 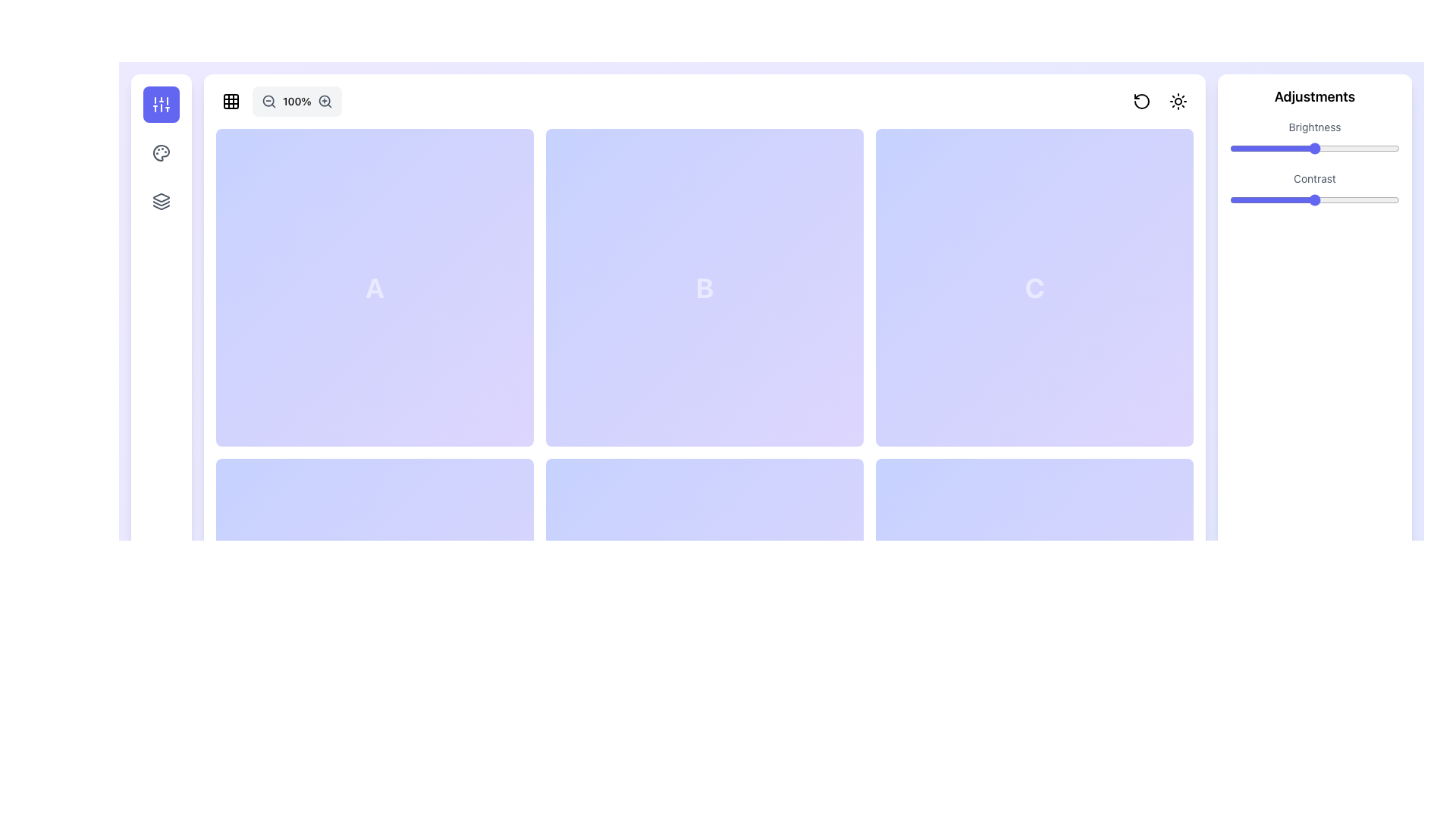 I want to click on the sun-shaped button in the top-right corner toolbar to adjust brightness settings, so click(x=1159, y=102).